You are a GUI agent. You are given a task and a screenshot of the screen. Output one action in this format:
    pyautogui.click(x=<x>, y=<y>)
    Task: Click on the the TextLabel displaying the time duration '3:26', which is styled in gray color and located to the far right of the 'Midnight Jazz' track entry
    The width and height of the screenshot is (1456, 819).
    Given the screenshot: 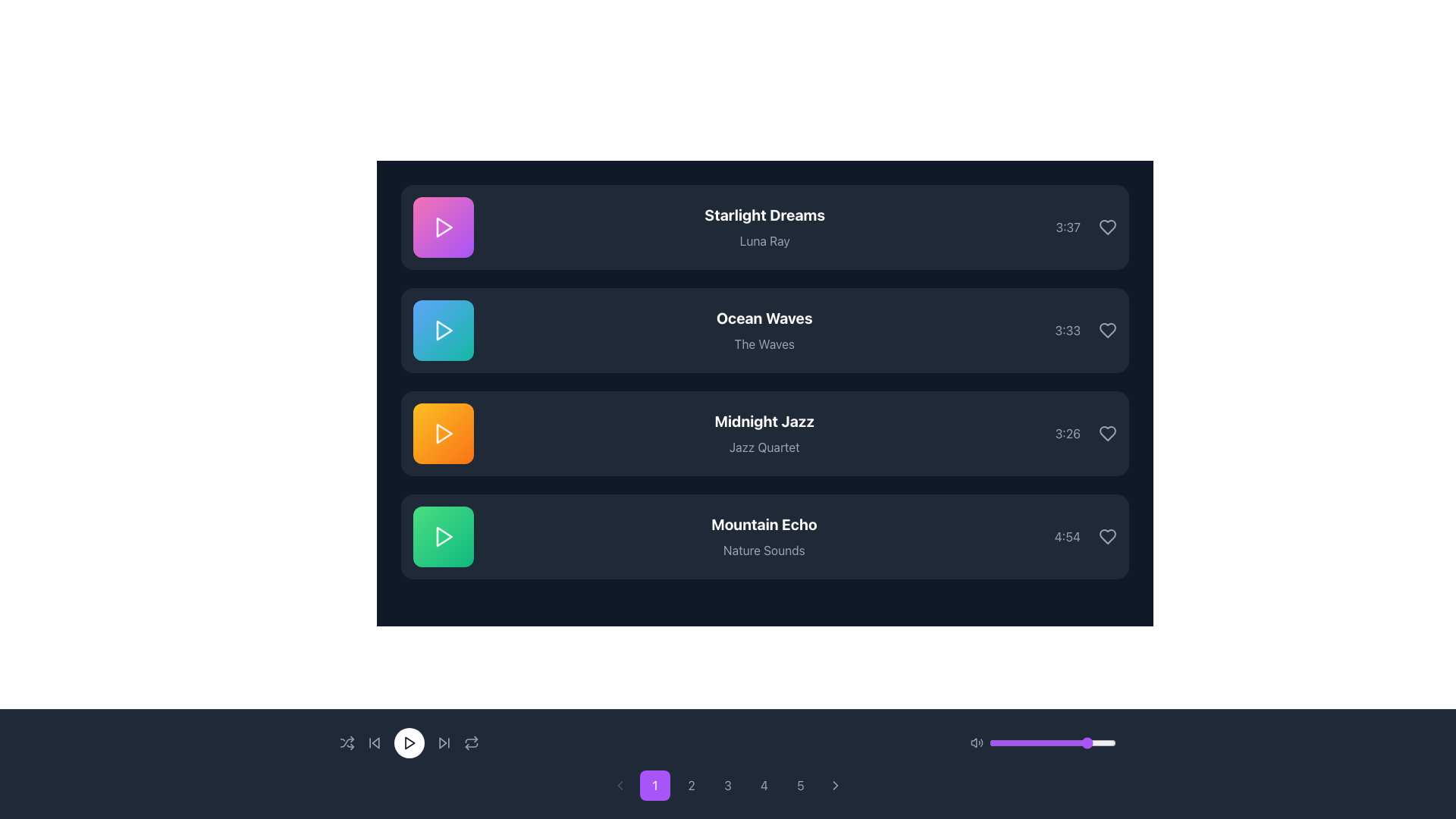 What is the action you would take?
    pyautogui.click(x=1085, y=433)
    